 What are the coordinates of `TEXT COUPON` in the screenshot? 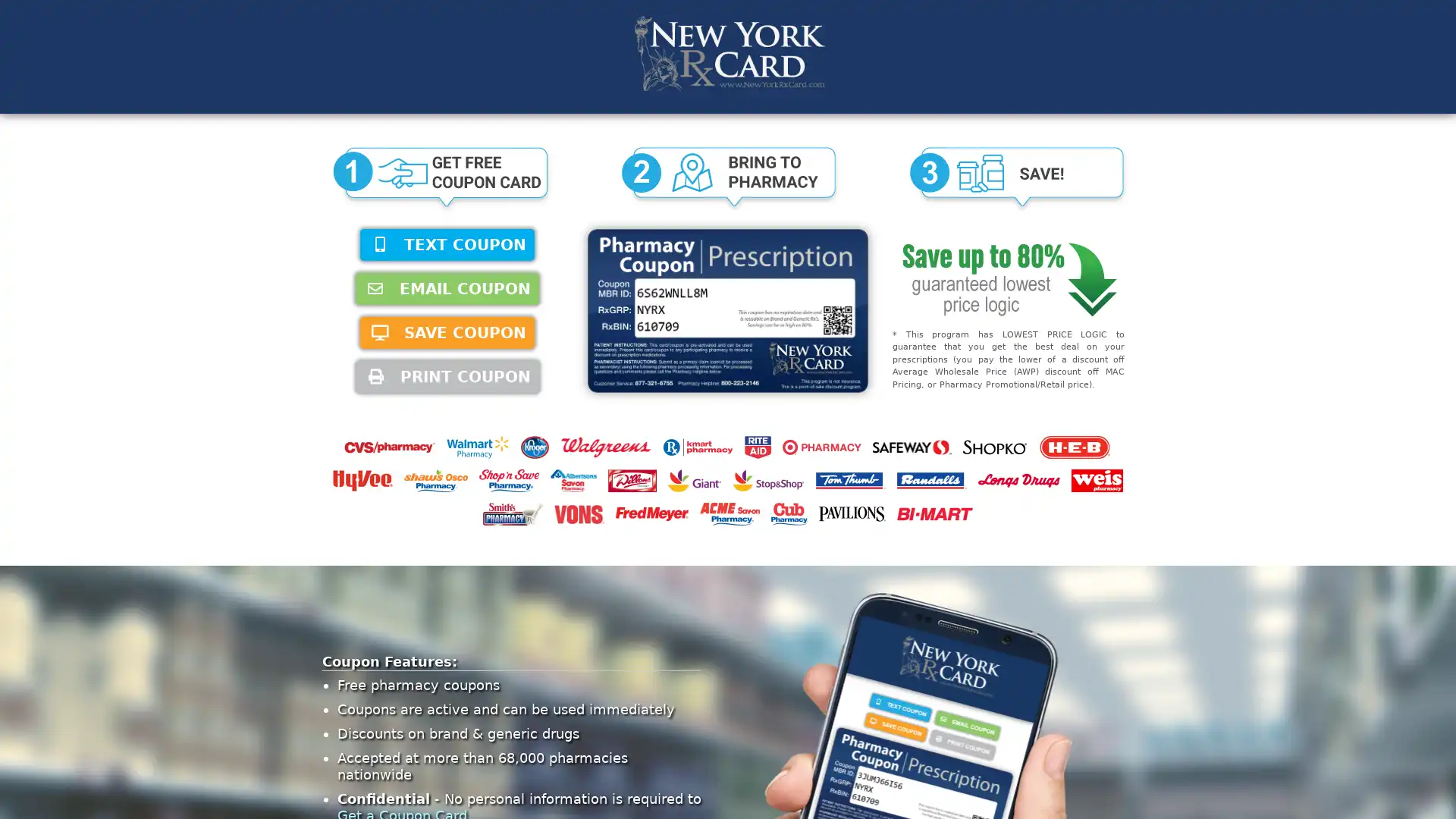 It's located at (447, 244).